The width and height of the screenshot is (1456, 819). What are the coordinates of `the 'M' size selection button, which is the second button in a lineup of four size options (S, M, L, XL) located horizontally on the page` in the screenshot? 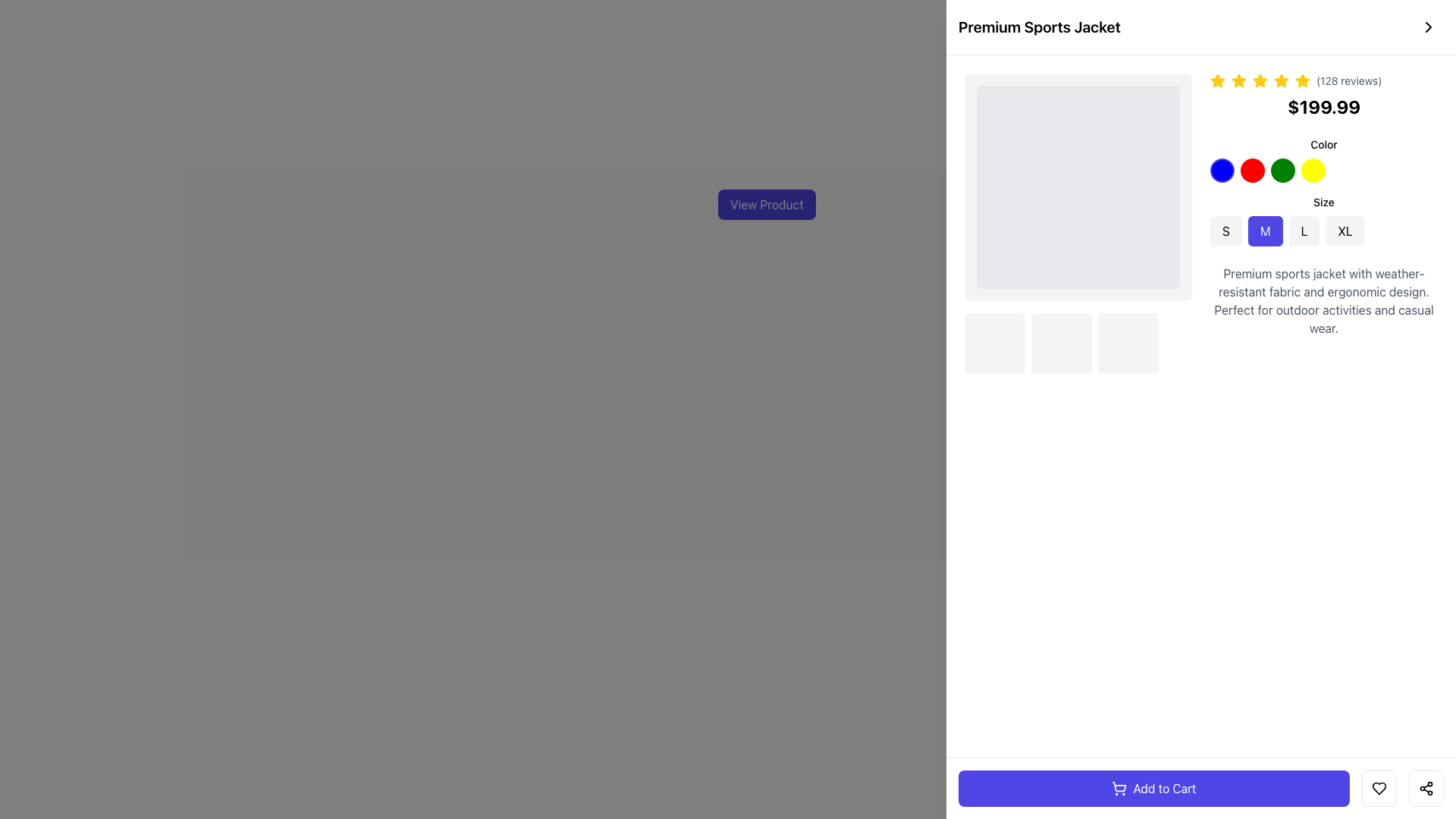 It's located at (1265, 231).